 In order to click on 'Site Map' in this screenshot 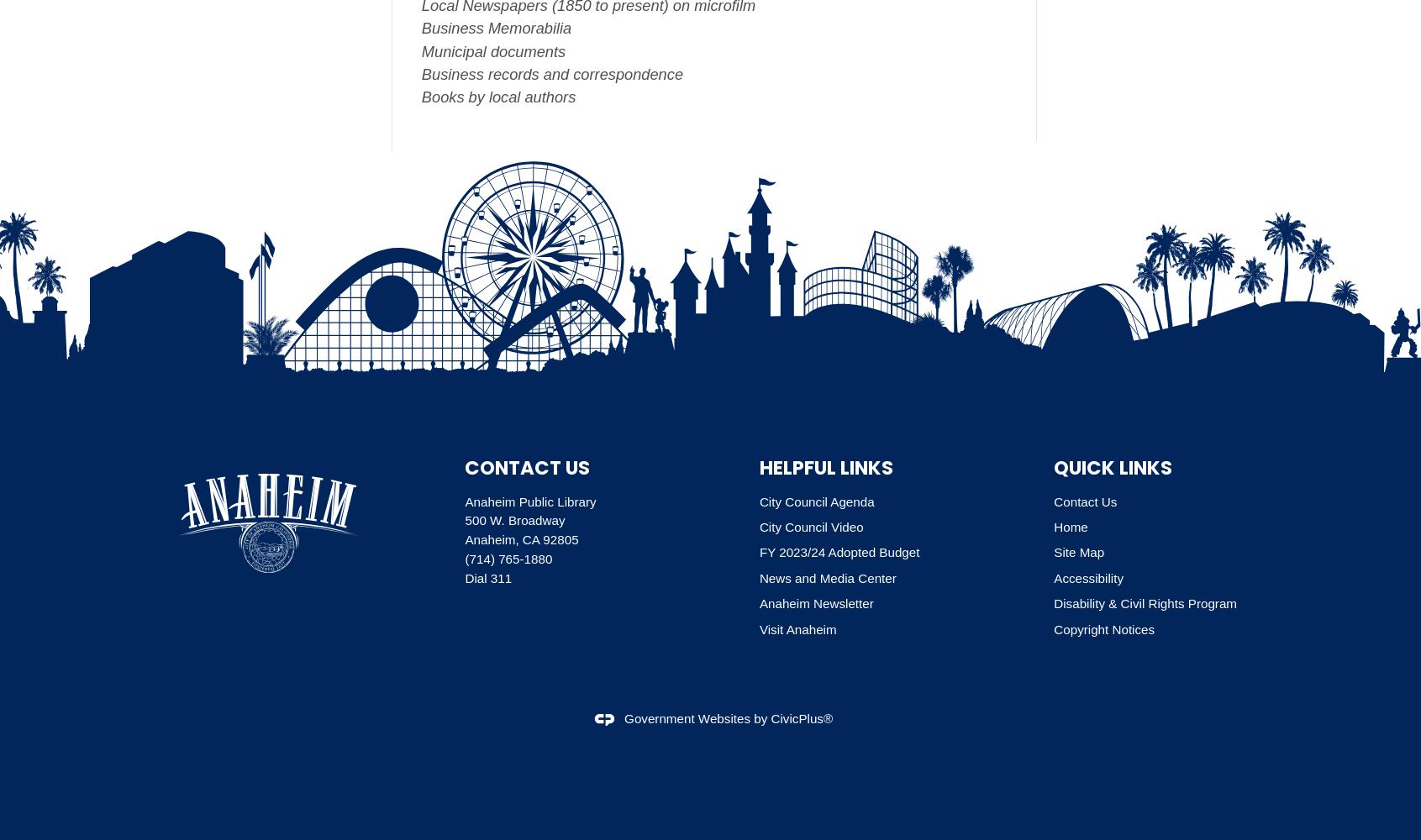, I will do `click(1077, 552)`.